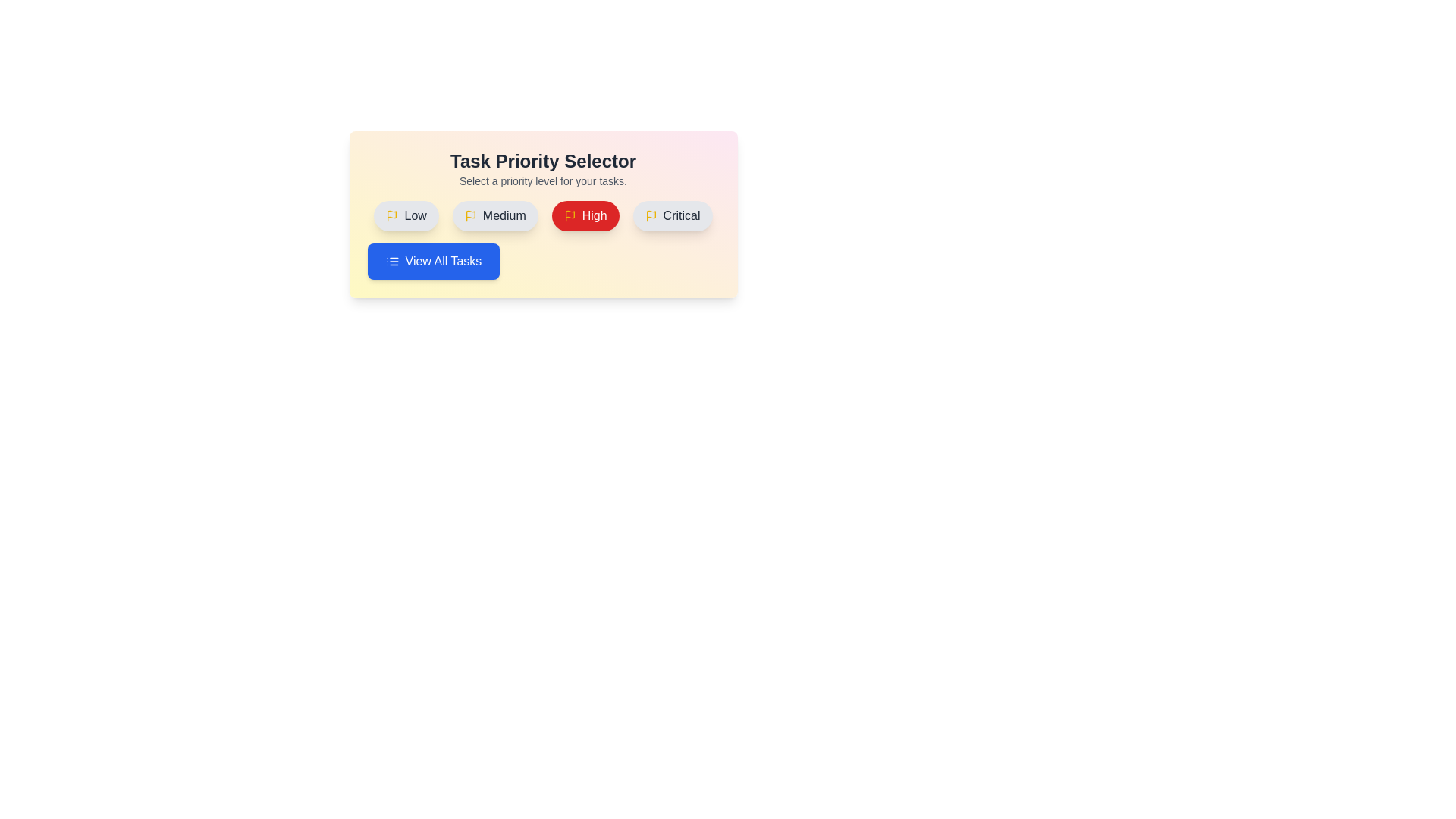  I want to click on the button corresponding to the priority level Medium, so click(494, 216).